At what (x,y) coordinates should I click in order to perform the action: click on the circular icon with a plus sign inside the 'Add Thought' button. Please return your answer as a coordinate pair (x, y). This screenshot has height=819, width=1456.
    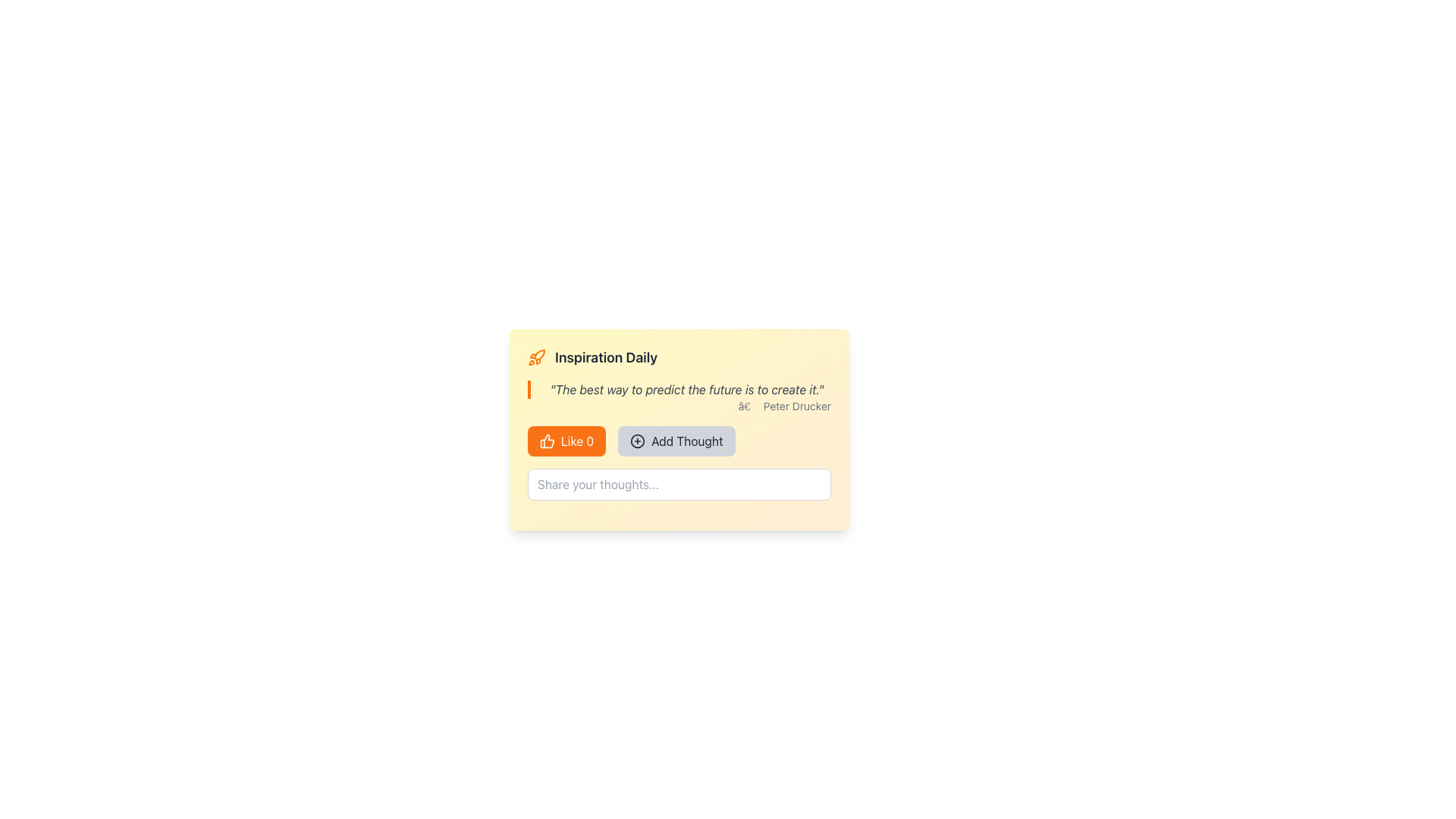
    Looking at the image, I should click on (638, 441).